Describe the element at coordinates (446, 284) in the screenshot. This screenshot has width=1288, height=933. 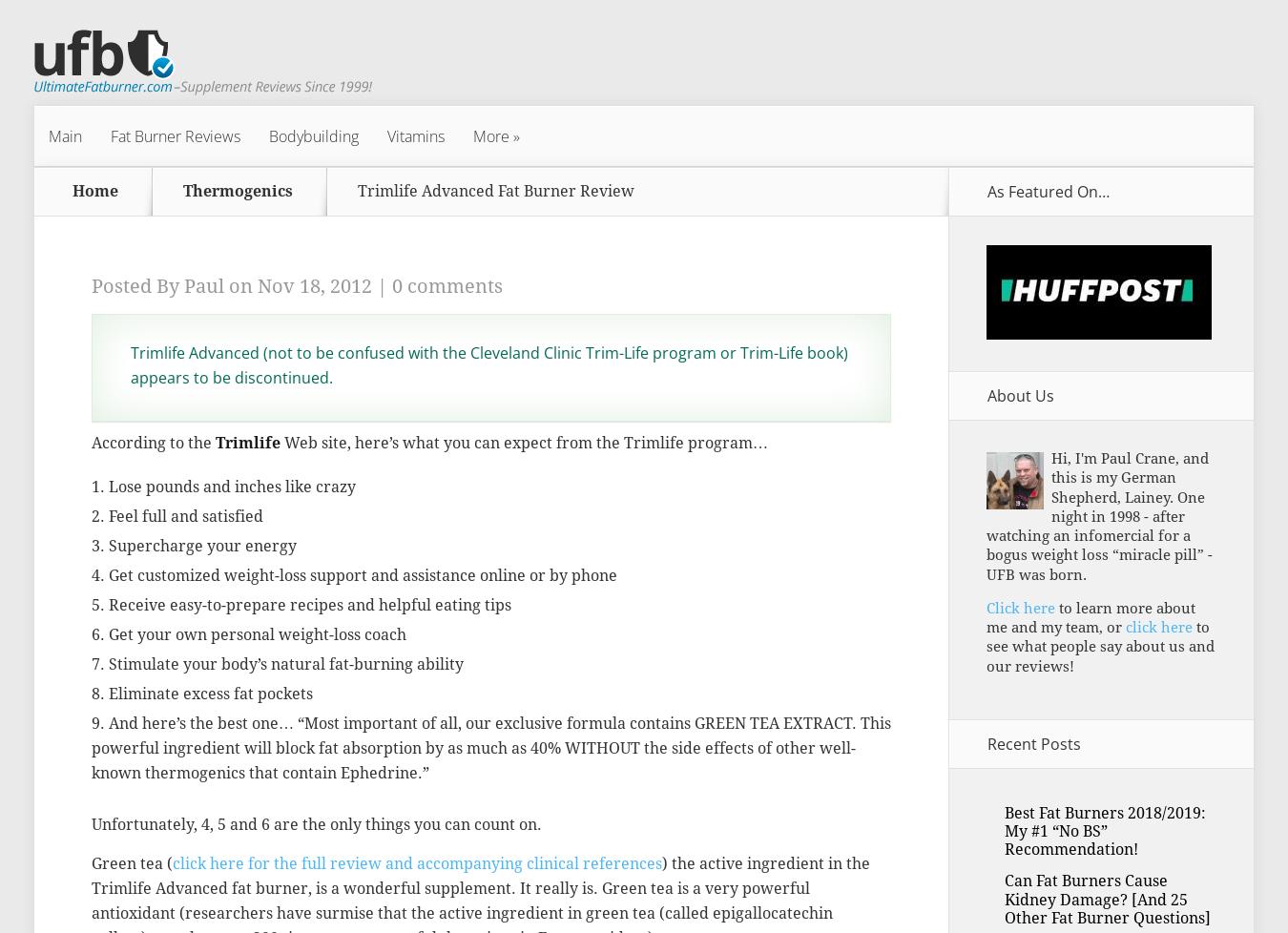
I see `'0 comments'` at that location.